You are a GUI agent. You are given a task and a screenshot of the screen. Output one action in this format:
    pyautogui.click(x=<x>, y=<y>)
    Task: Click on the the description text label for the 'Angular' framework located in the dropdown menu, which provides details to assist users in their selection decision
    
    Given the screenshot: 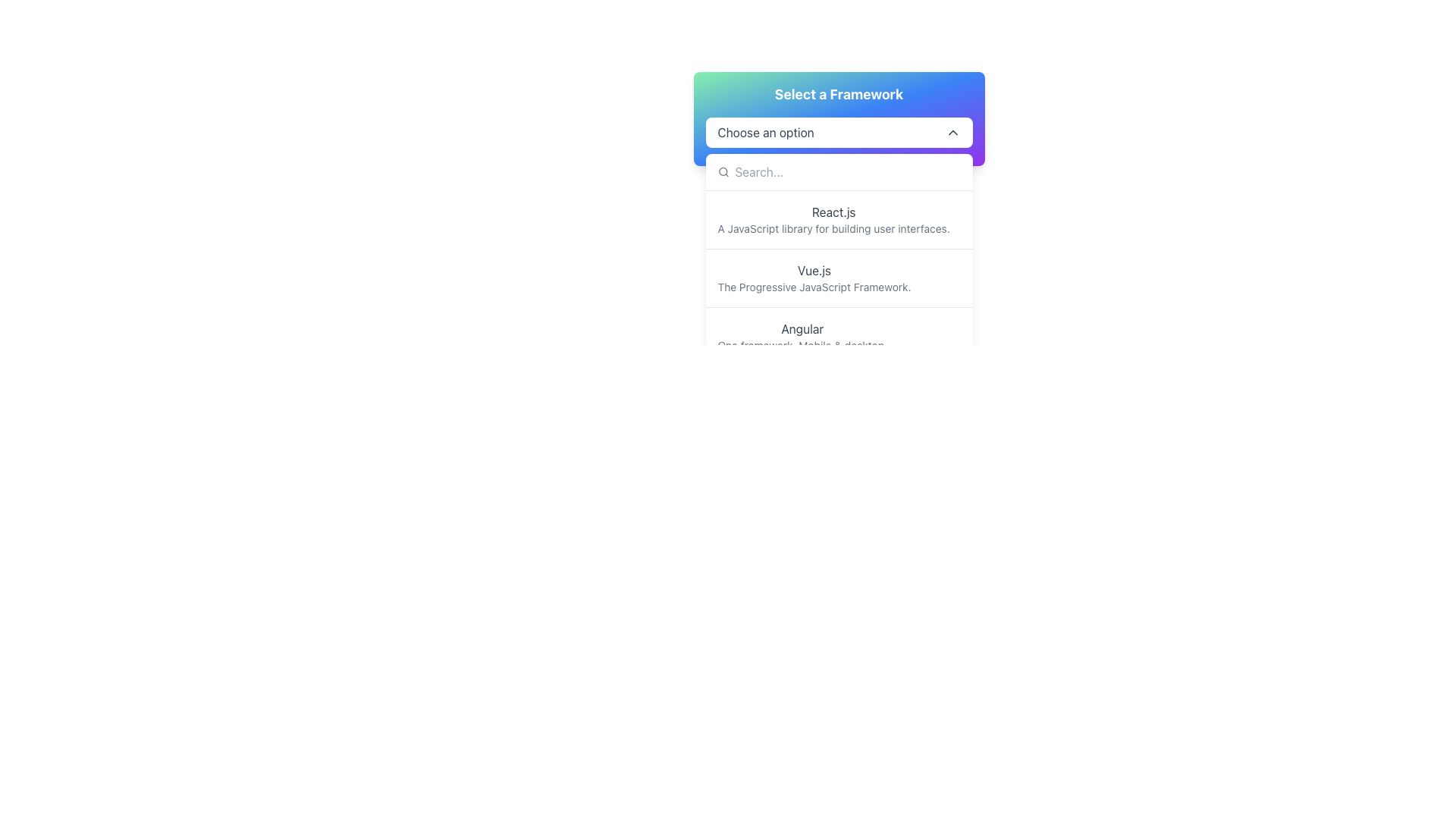 What is the action you would take?
    pyautogui.click(x=802, y=345)
    